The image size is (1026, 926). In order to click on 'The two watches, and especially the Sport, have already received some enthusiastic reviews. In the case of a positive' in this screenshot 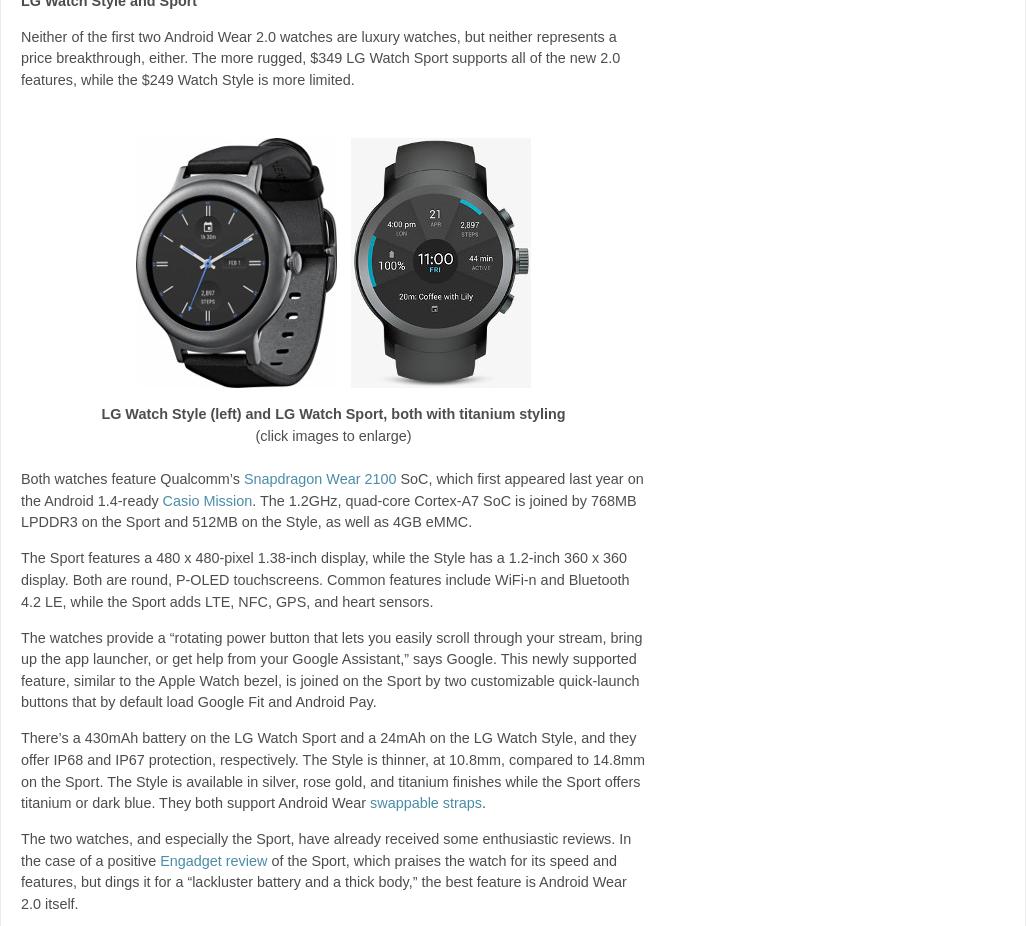, I will do `click(325, 849)`.